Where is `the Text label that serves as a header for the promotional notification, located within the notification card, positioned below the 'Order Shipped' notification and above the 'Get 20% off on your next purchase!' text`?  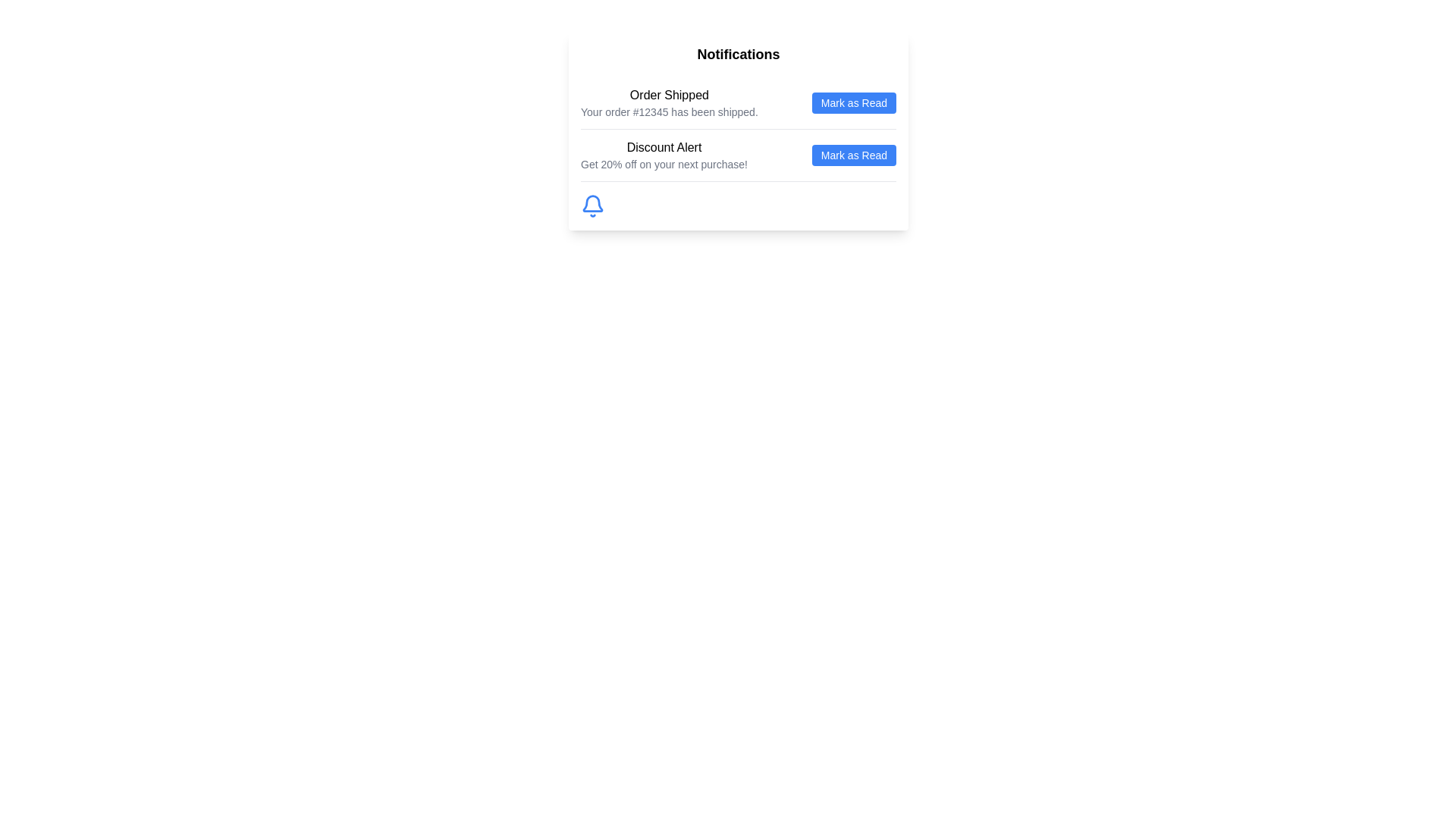
the Text label that serves as a header for the promotional notification, located within the notification card, positioned below the 'Order Shipped' notification and above the 'Get 20% off on your next purchase!' text is located at coordinates (664, 148).